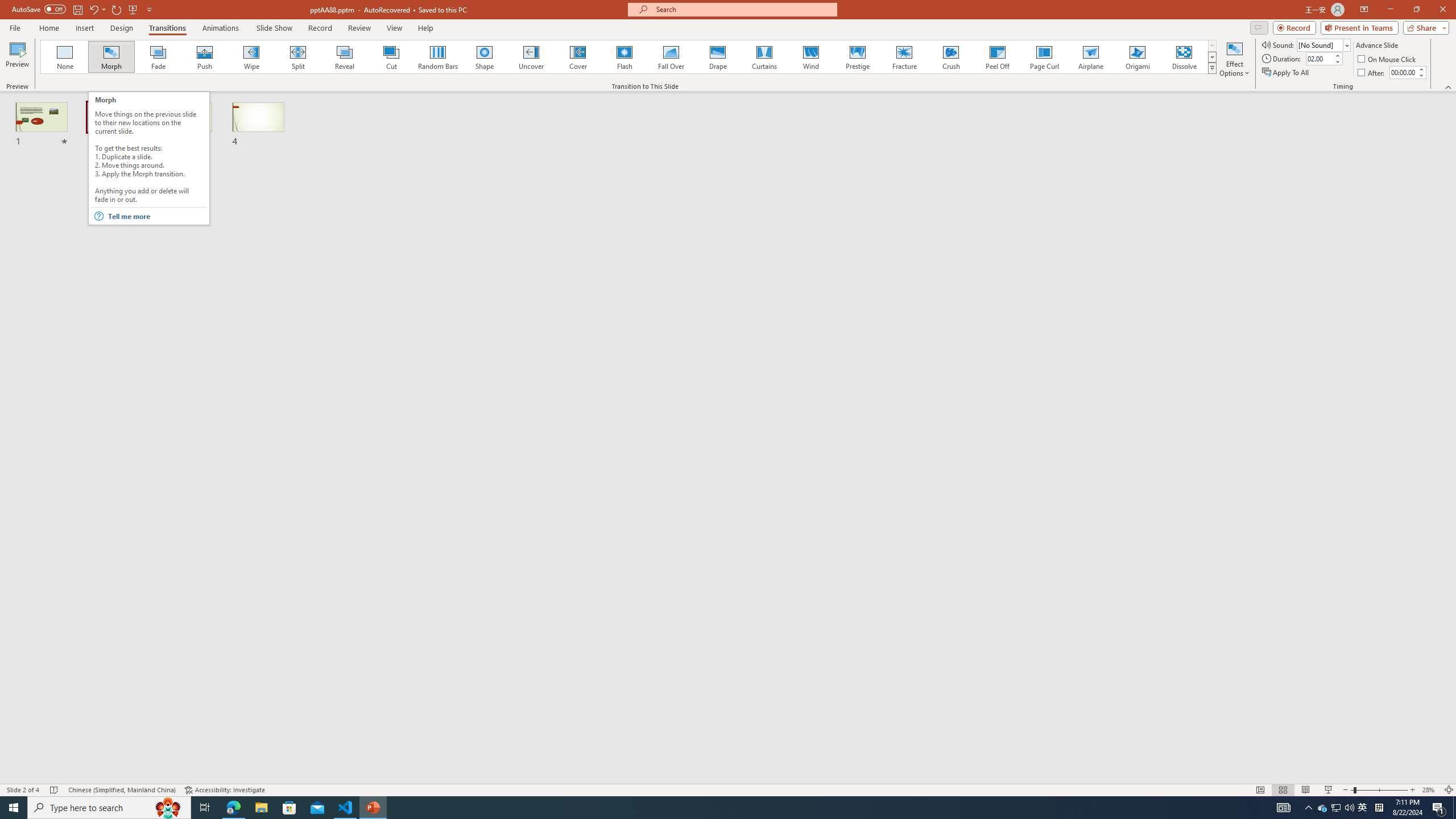 The image size is (1456, 819). What do you see at coordinates (904, 56) in the screenshot?
I see `'Fracture'` at bounding box center [904, 56].